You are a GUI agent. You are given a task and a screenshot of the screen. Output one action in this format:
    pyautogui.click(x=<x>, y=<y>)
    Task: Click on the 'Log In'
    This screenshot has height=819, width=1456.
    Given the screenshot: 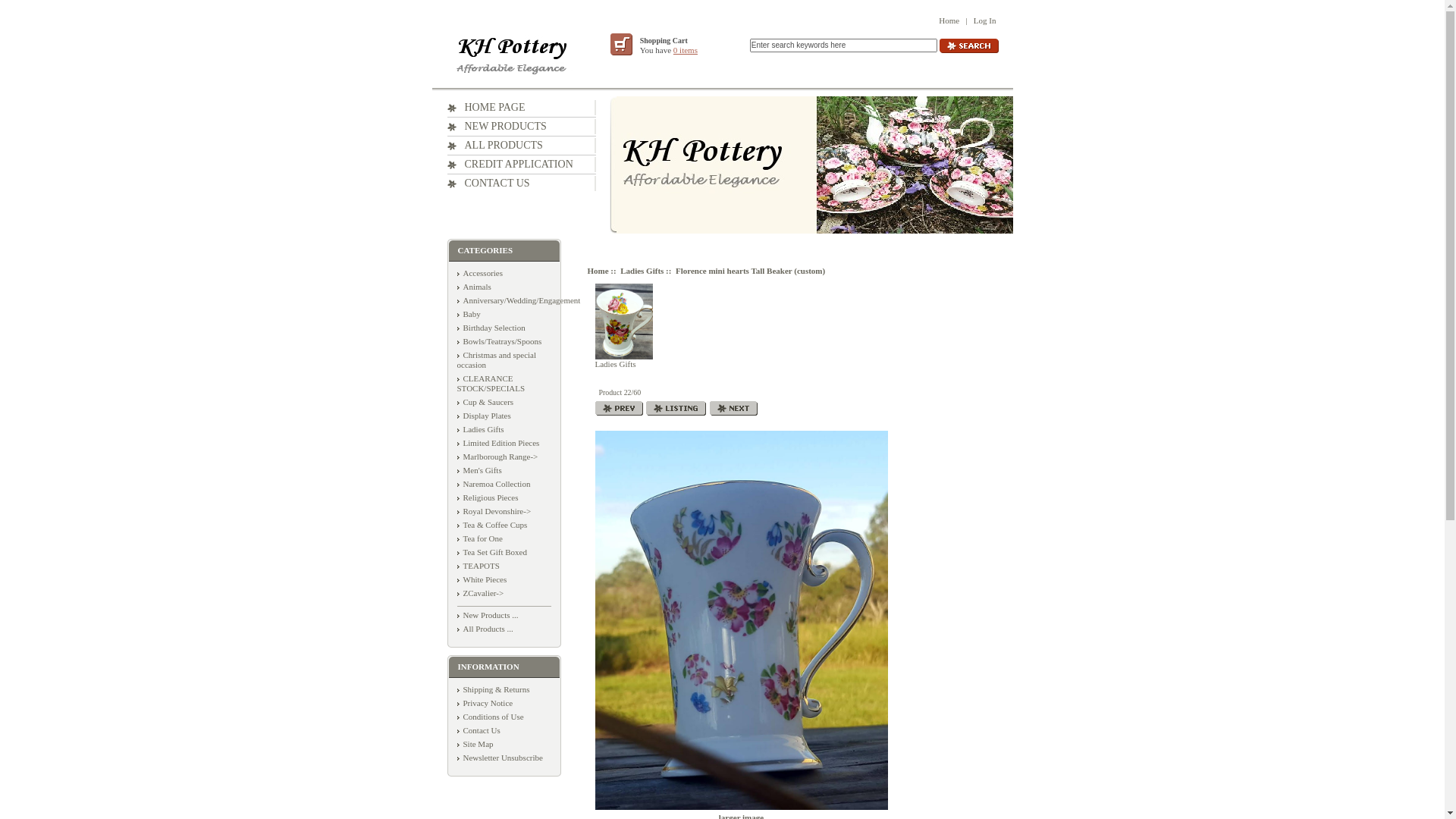 What is the action you would take?
    pyautogui.click(x=985, y=20)
    